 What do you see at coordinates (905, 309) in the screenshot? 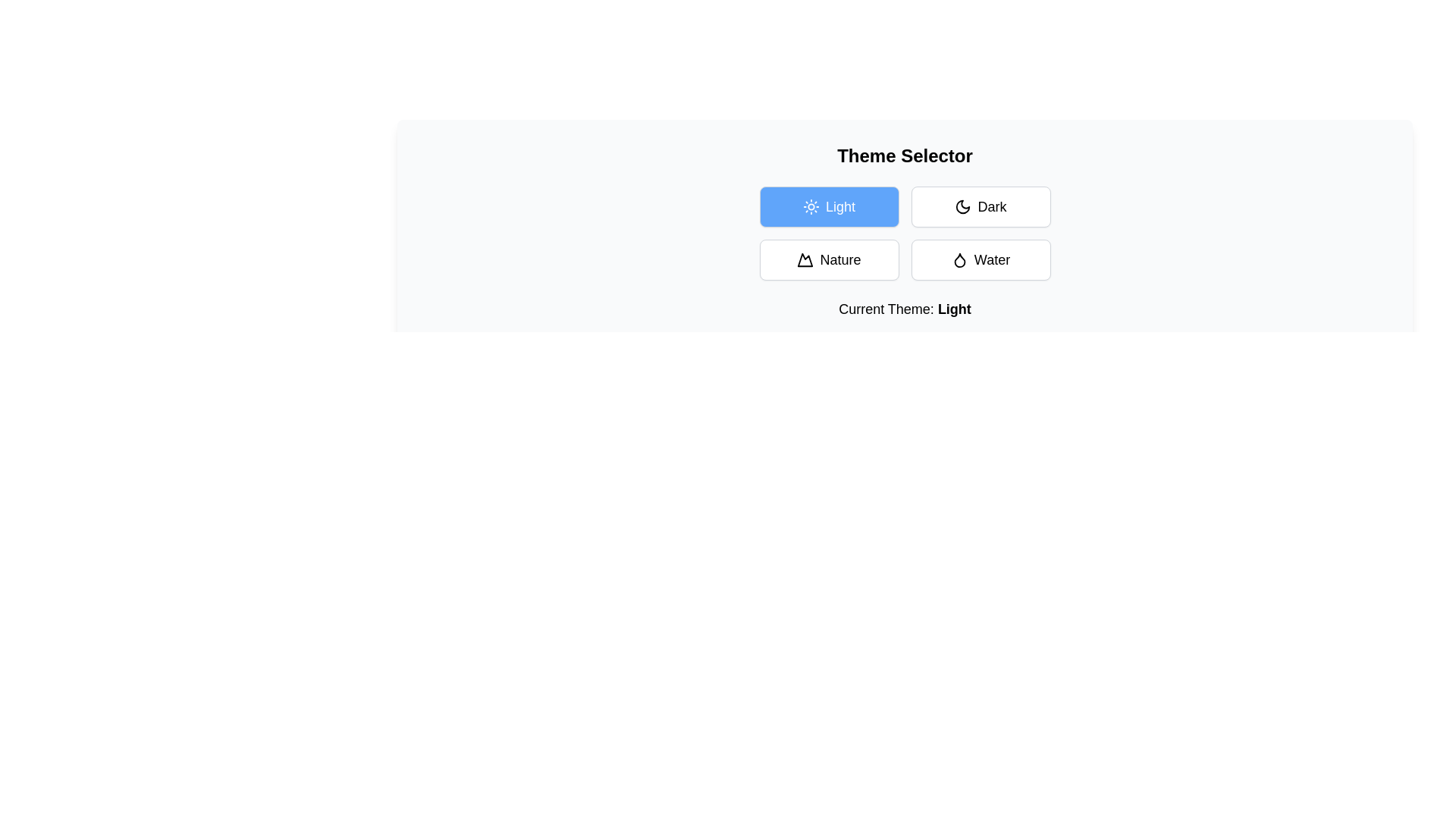
I see `the text label displaying 'Current Theme: Light' which is centrally aligned below the theme selector buttons` at bounding box center [905, 309].